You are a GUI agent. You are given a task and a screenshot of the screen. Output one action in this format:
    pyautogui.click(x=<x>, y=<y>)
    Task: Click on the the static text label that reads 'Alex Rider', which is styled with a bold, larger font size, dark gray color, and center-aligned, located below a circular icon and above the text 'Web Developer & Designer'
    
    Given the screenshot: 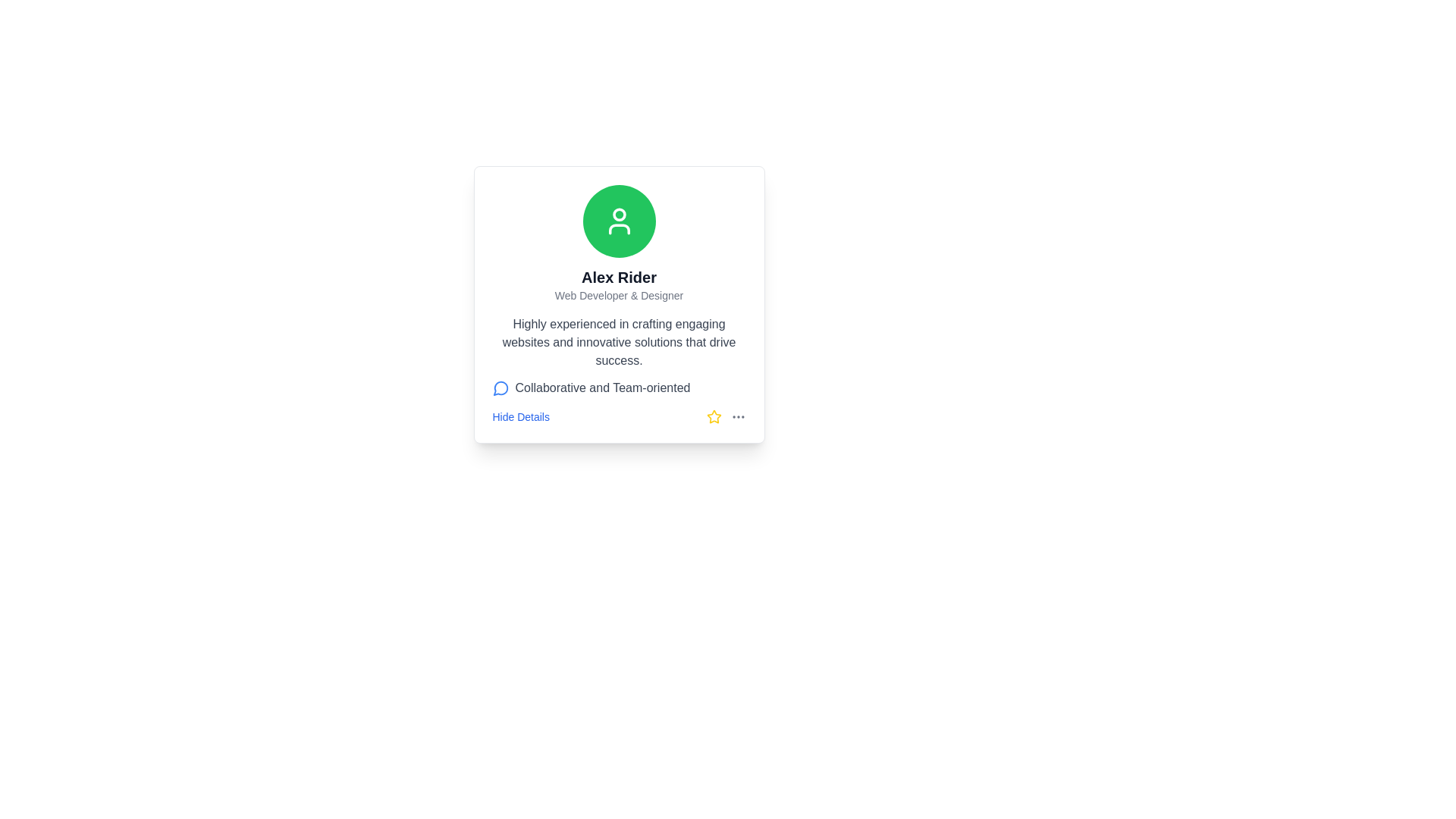 What is the action you would take?
    pyautogui.click(x=619, y=278)
    